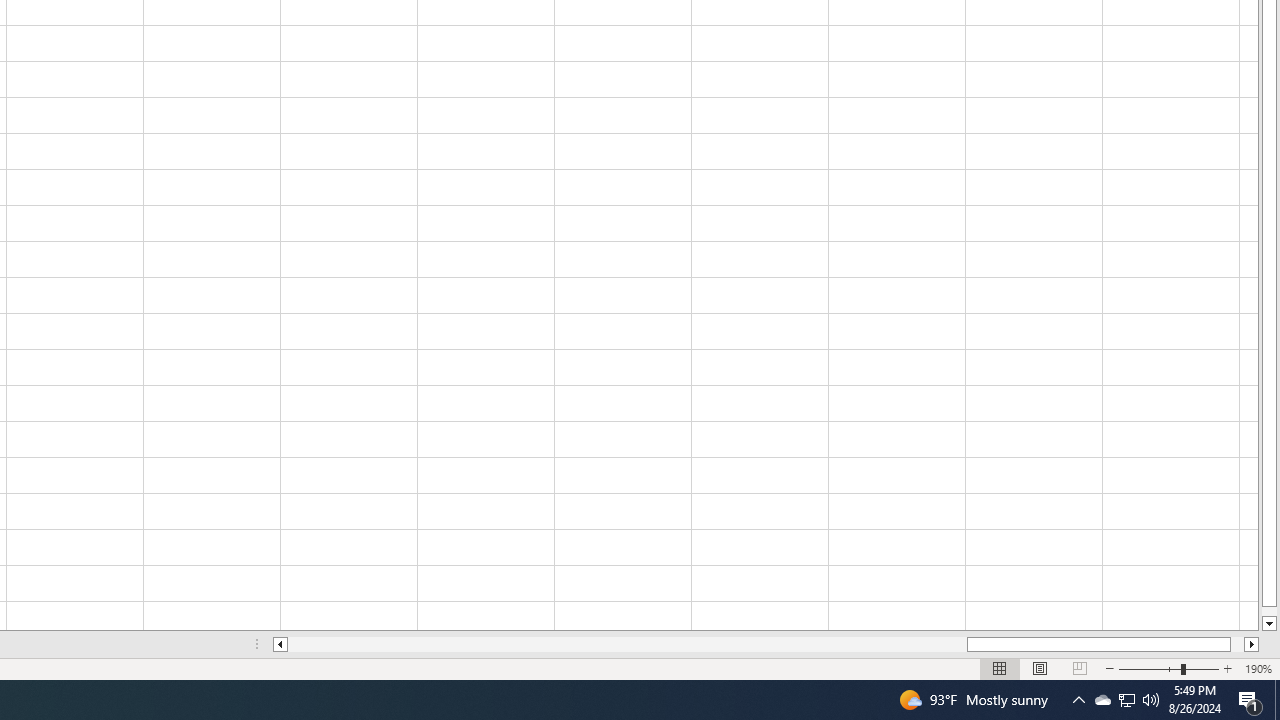 This screenshot has height=720, width=1280. Describe the element at coordinates (1268, 610) in the screenshot. I see `'Page down'` at that location.